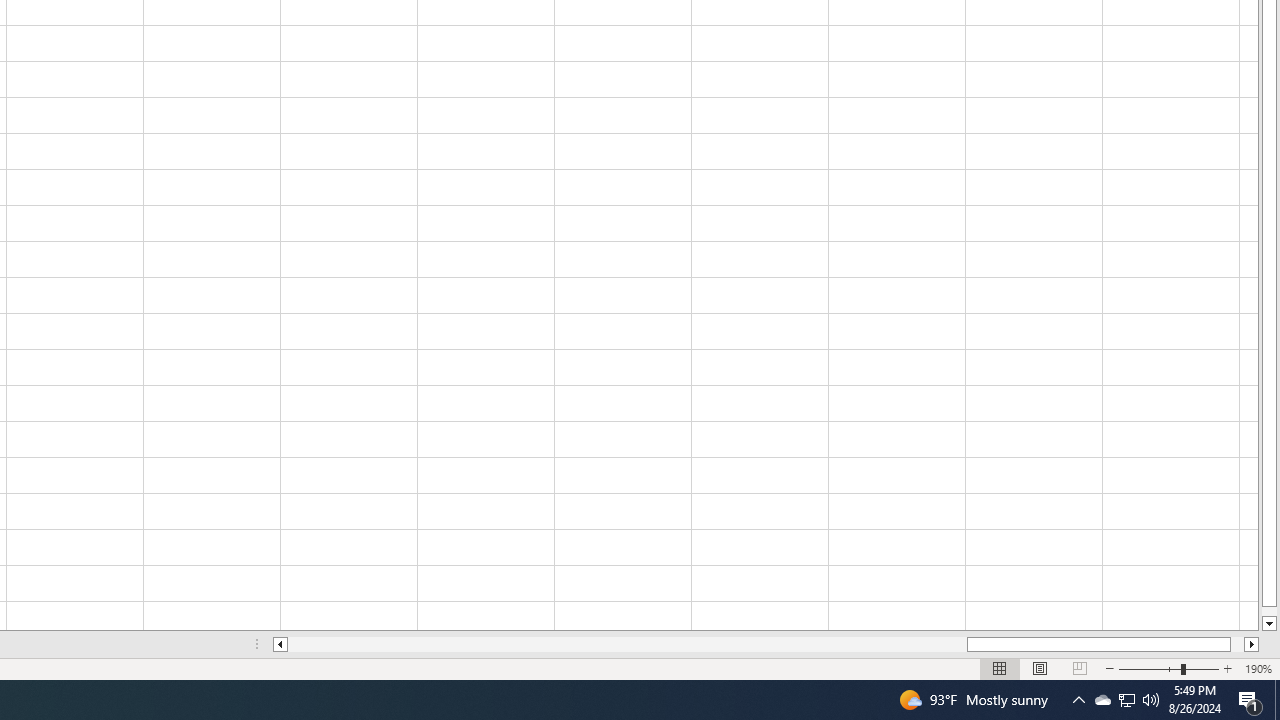 This screenshot has height=720, width=1280. Describe the element at coordinates (1268, 610) in the screenshot. I see `'Page down'` at that location.